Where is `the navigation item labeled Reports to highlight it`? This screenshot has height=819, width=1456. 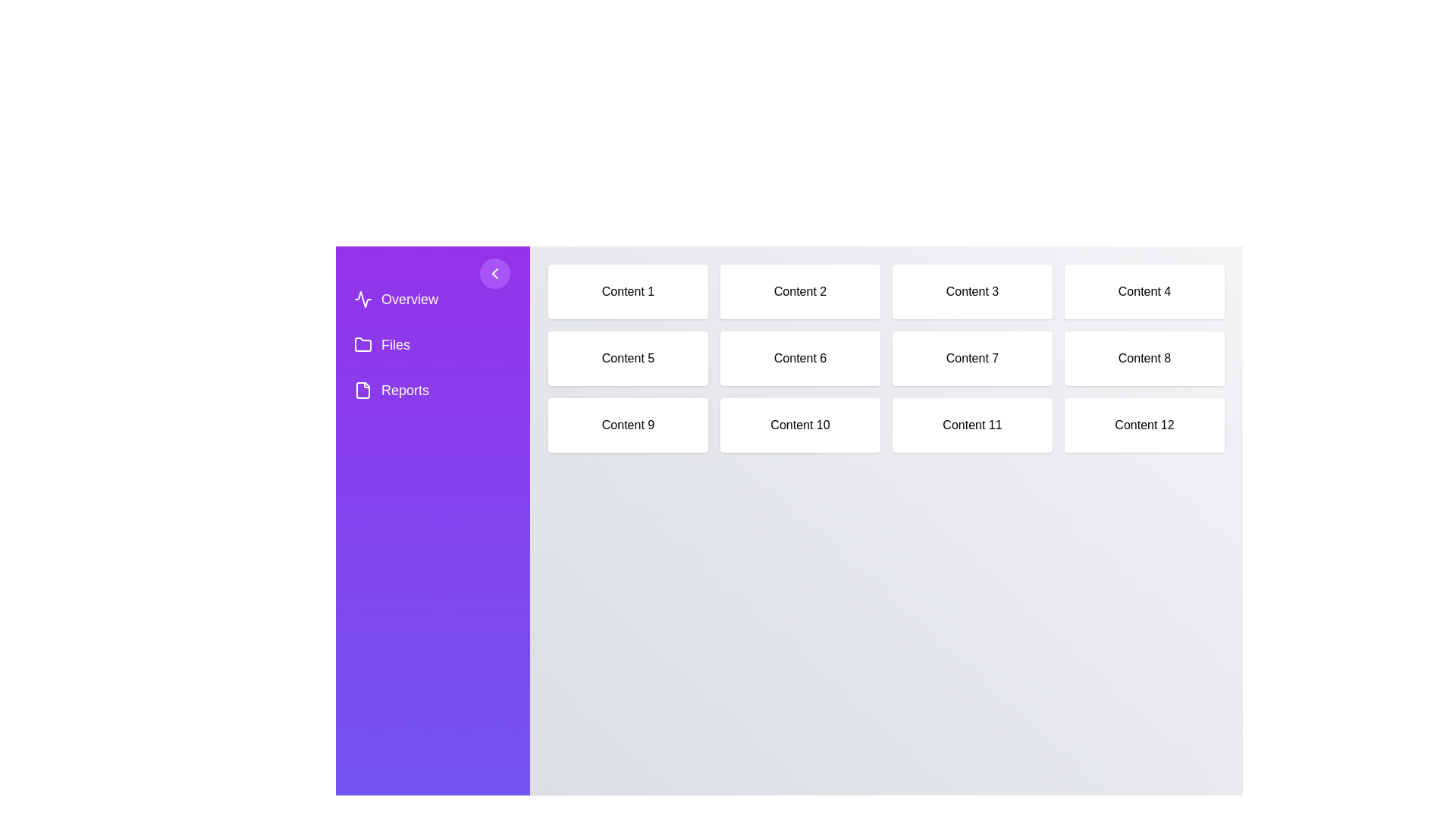 the navigation item labeled Reports to highlight it is located at coordinates (432, 390).